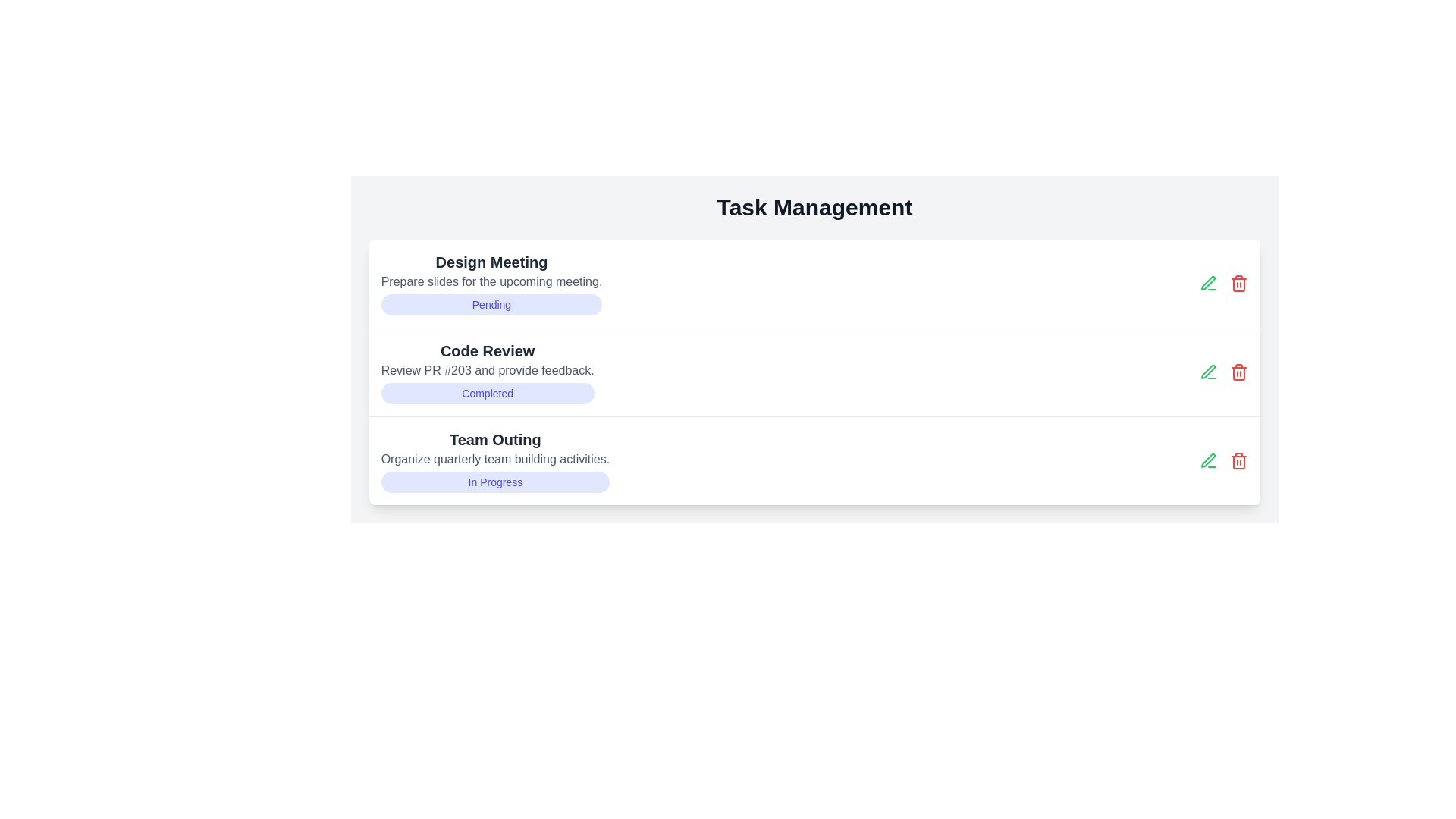 This screenshot has height=819, width=1456. Describe the element at coordinates (491, 281) in the screenshot. I see `the text label displaying 'Prepare slides for the upcoming meeting.' which is located beneath the title 'Design Meeting' and above the status indicator 'Pending'` at that location.